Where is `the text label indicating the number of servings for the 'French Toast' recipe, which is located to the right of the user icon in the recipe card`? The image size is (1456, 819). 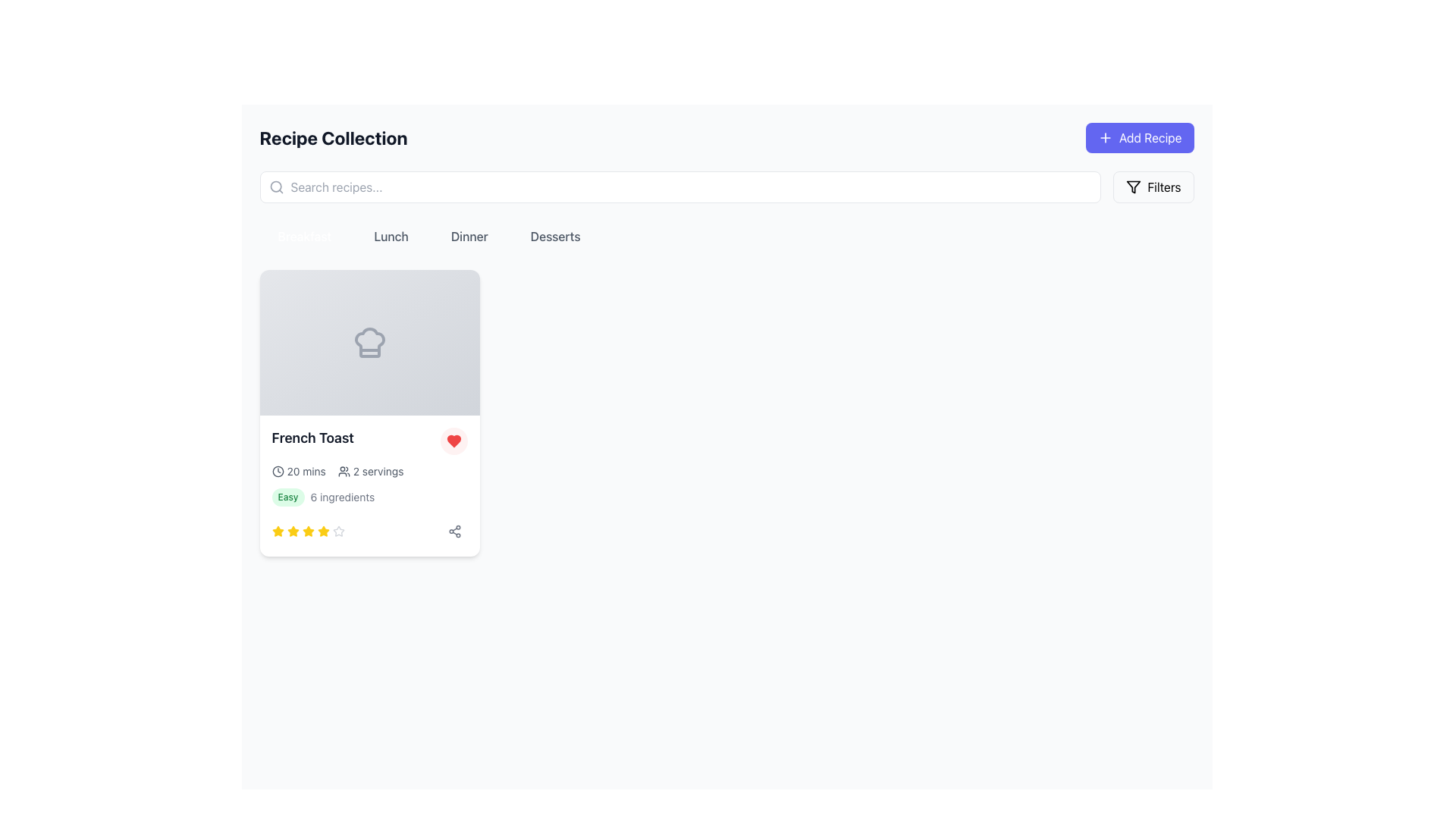 the text label indicating the number of servings for the 'French Toast' recipe, which is located to the right of the user icon in the recipe card is located at coordinates (378, 470).